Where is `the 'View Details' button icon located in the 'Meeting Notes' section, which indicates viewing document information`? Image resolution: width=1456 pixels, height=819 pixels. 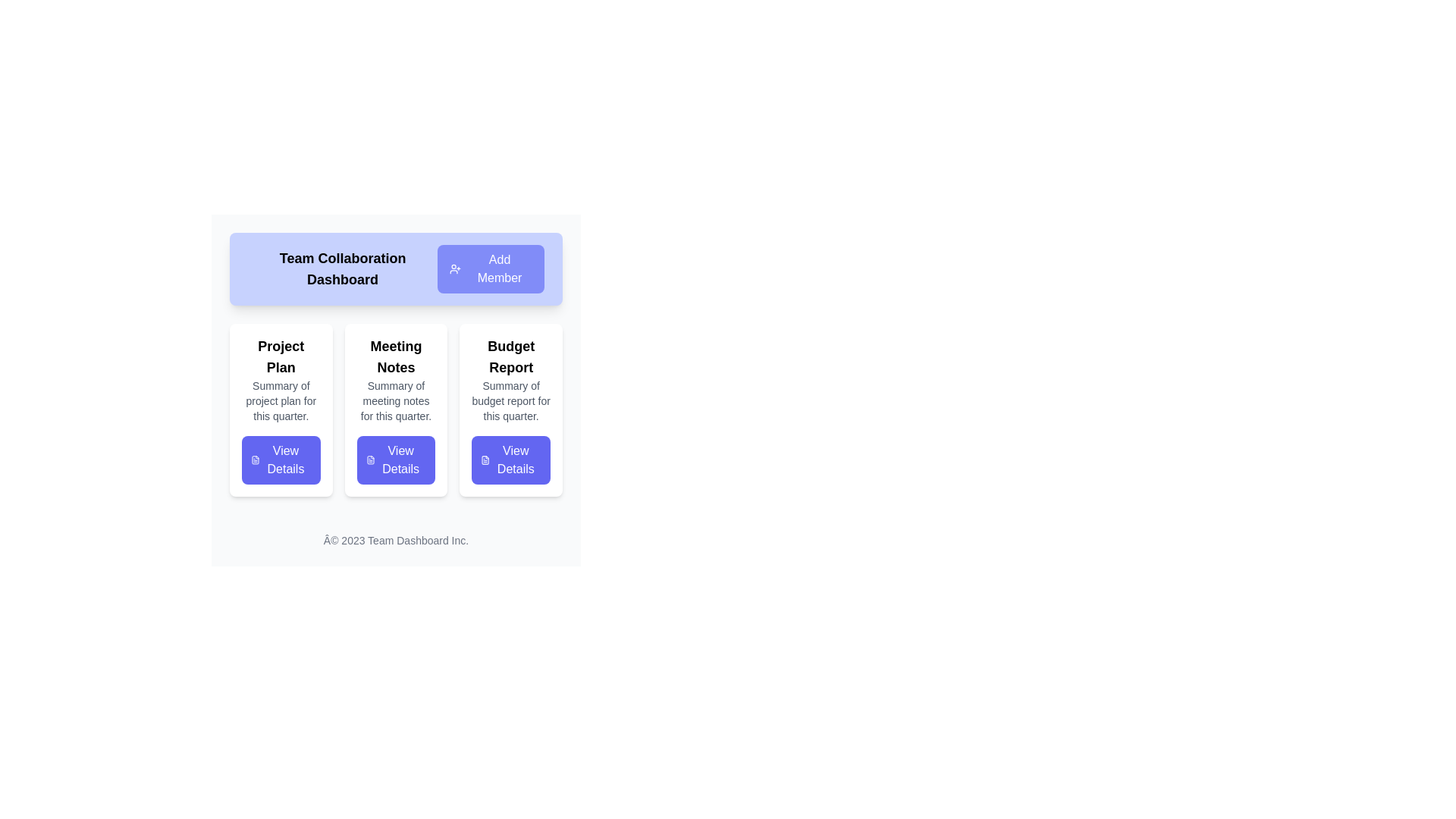 the 'View Details' button icon located in the 'Meeting Notes' section, which indicates viewing document information is located at coordinates (370, 459).